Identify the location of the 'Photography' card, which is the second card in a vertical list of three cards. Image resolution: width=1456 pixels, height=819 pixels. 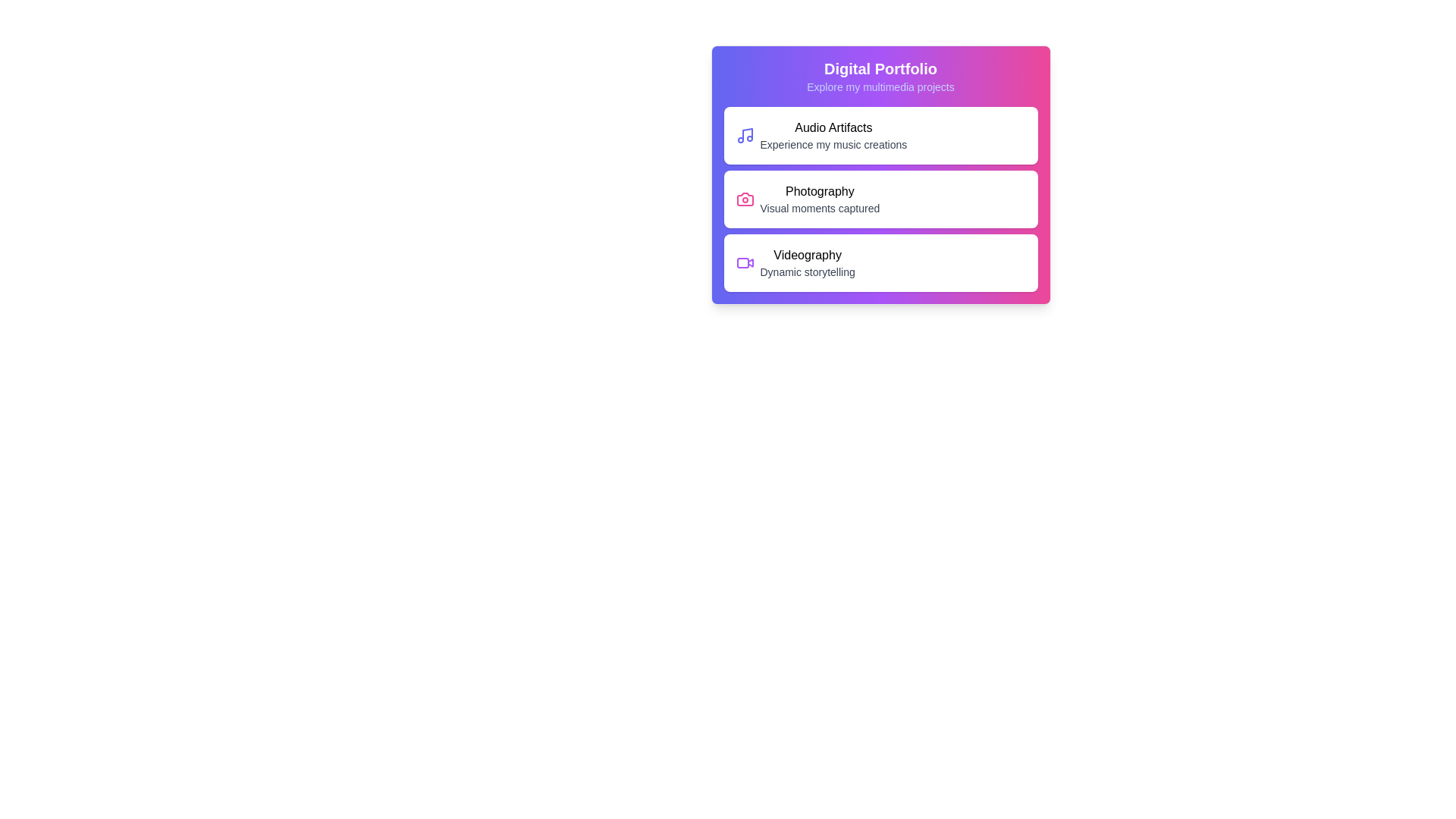
(880, 198).